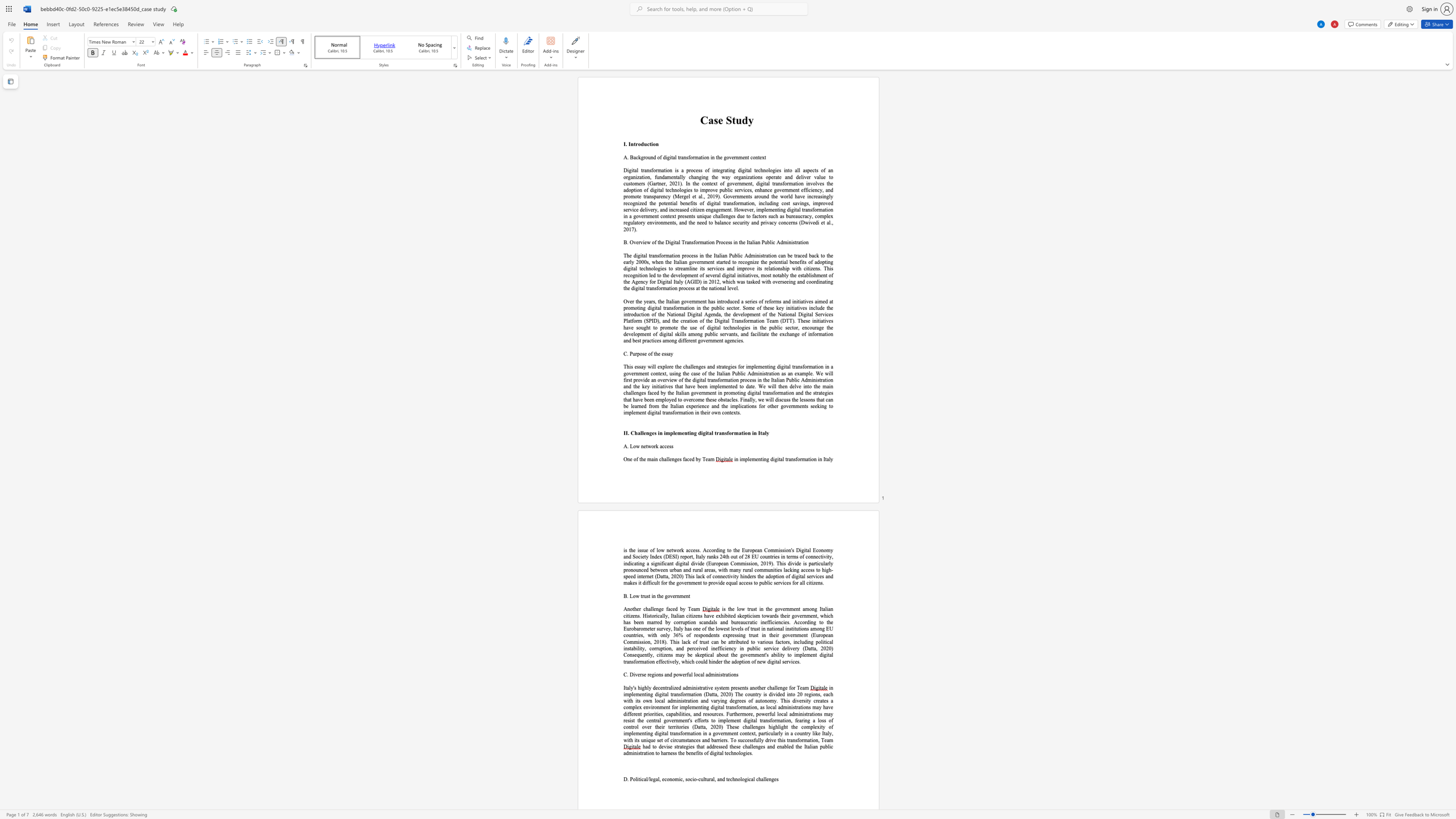 The height and width of the screenshot is (819, 1456). What do you see at coordinates (721, 340) in the screenshot?
I see `the subset text "t agen" within the text "the exchange of information and best practices among different government agencies."` at bounding box center [721, 340].